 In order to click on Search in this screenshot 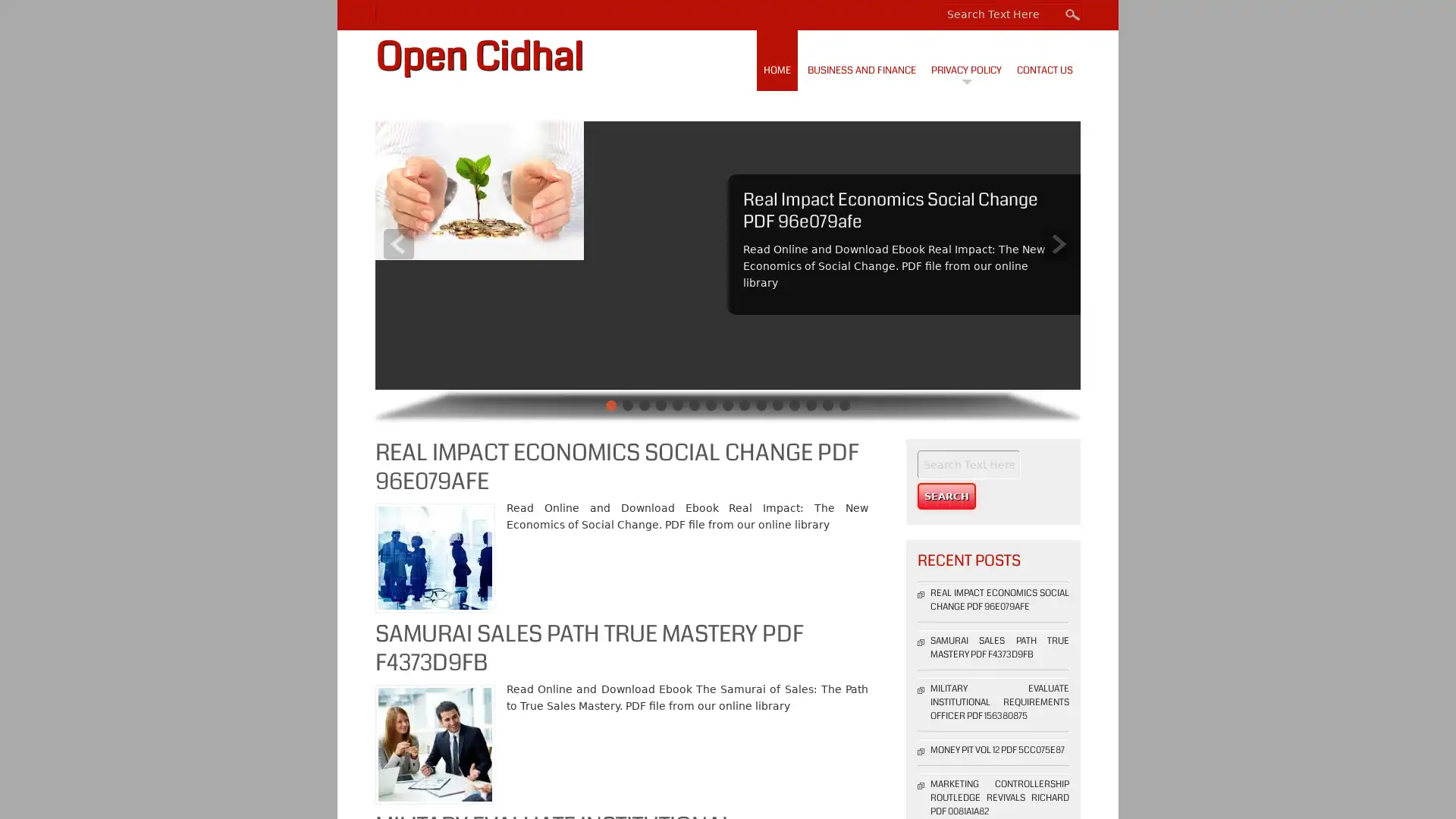, I will do `click(946, 496)`.